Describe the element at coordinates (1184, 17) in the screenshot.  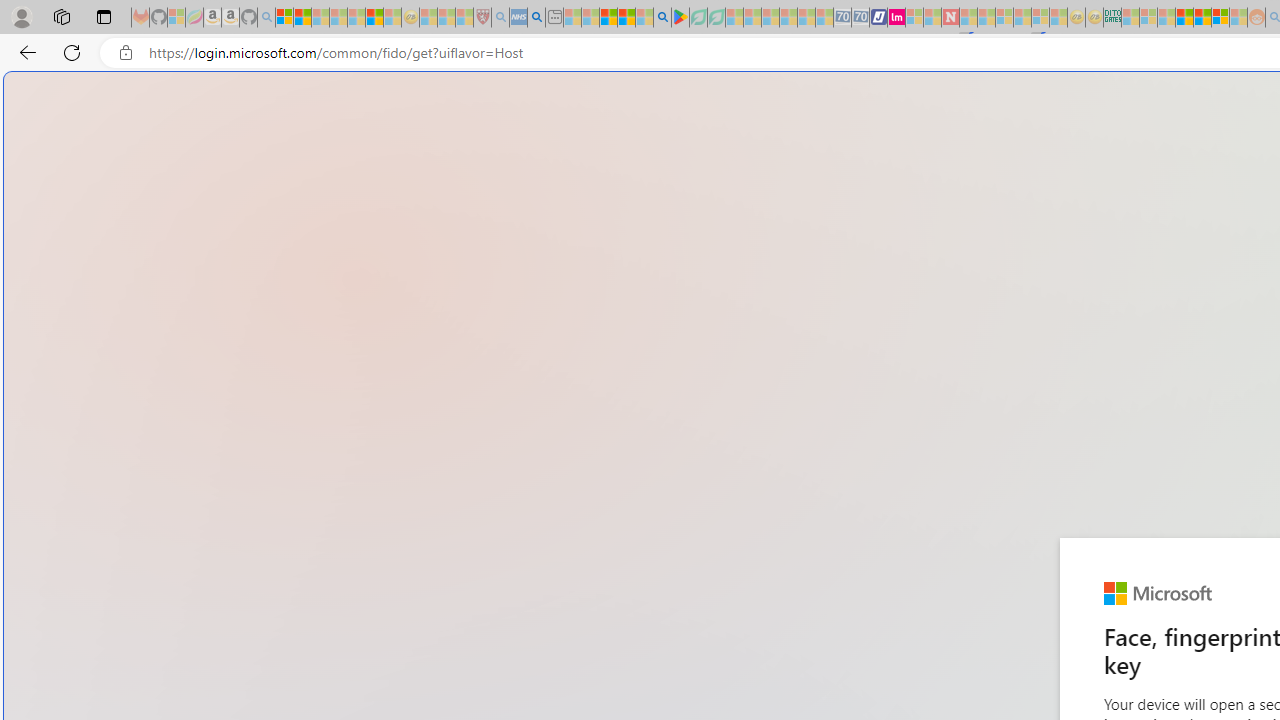
I see `'Expert Portfolios'` at that location.